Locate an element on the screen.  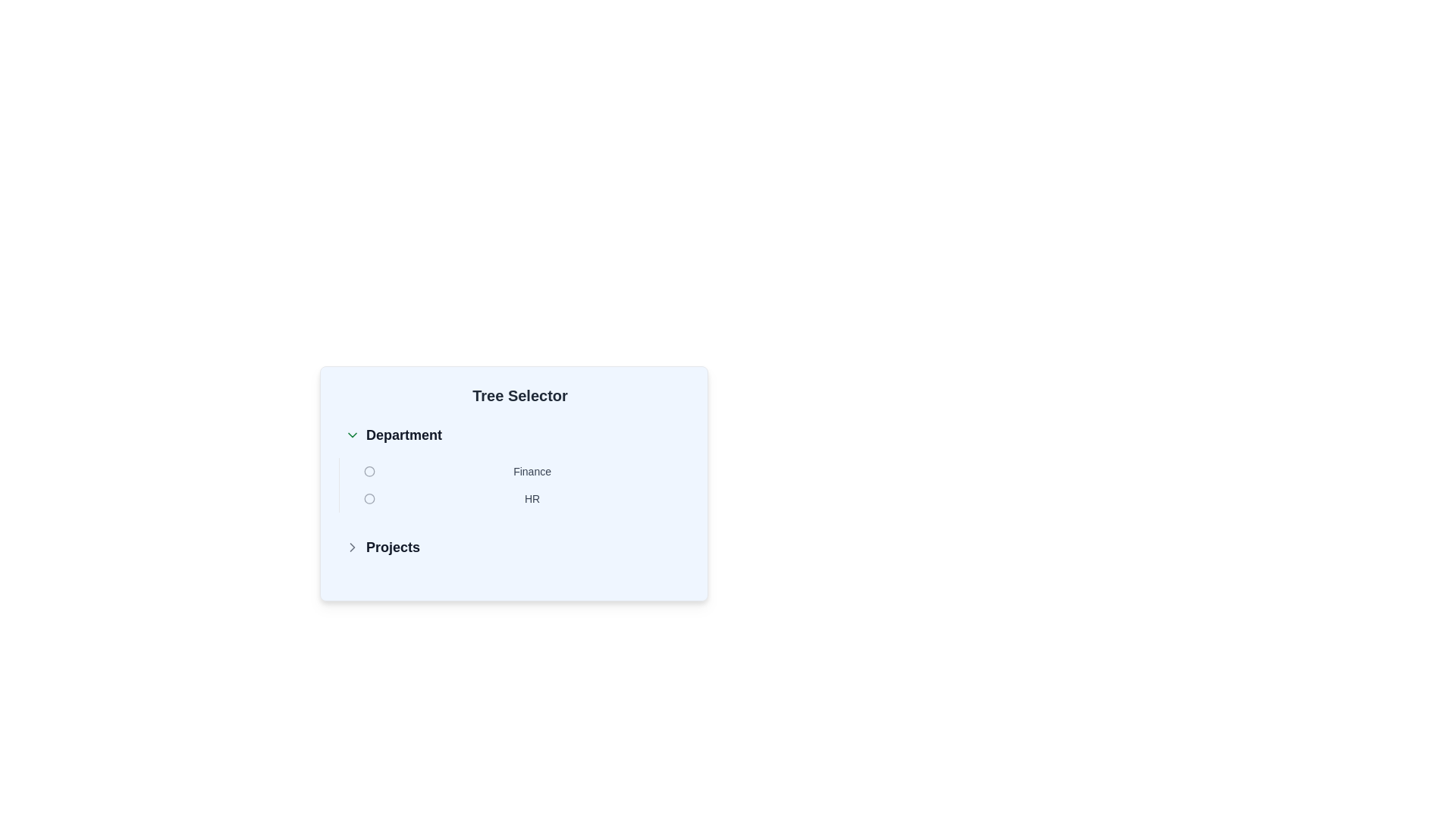
the small circular gray icon with an outlined border located to the immediate left of the 'HR' text in the expandable list under the 'Department' category is located at coordinates (369, 499).